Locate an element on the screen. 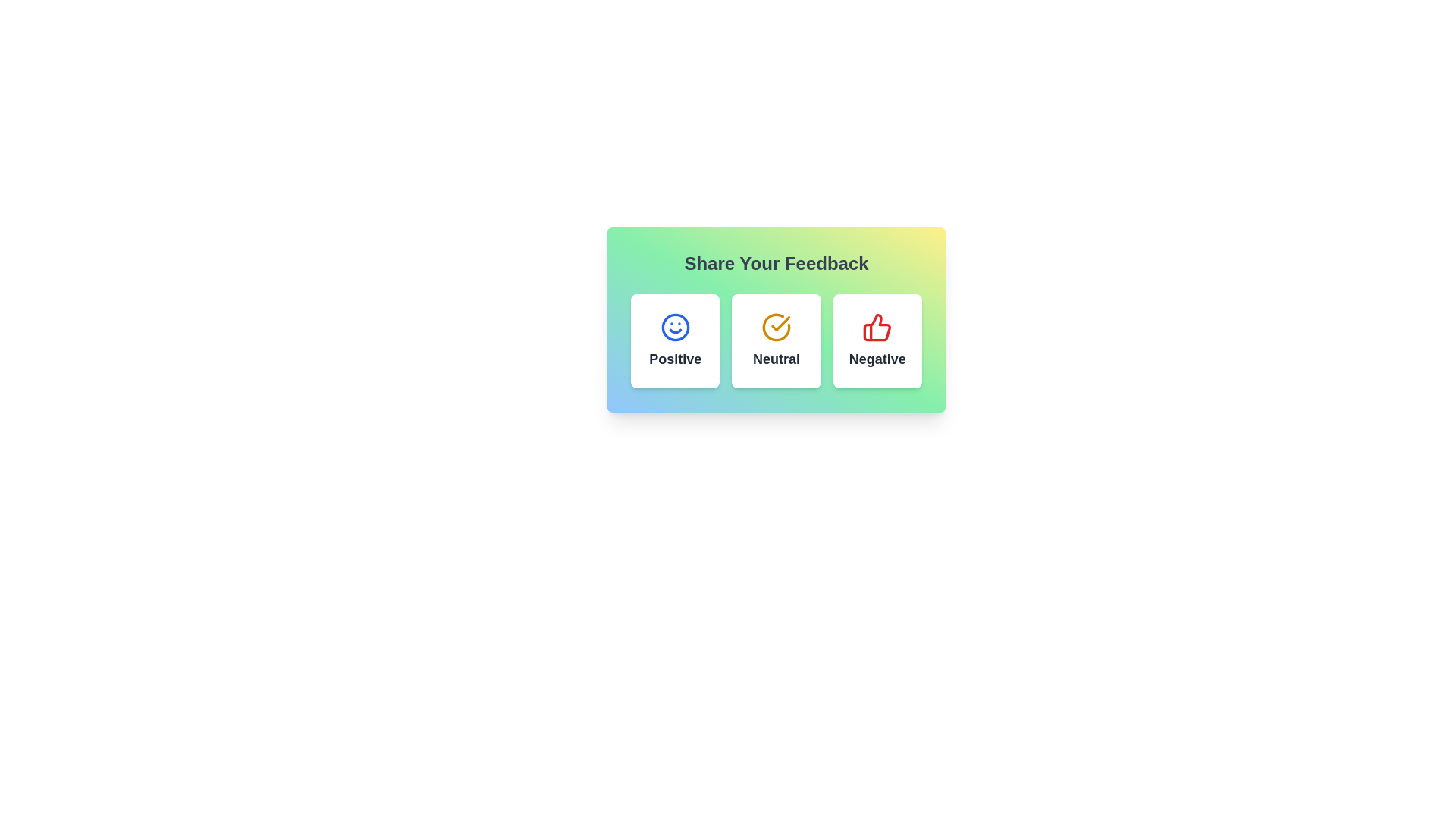  the innermost circle of the smiley face icon representing positive feedback is located at coordinates (674, 327).